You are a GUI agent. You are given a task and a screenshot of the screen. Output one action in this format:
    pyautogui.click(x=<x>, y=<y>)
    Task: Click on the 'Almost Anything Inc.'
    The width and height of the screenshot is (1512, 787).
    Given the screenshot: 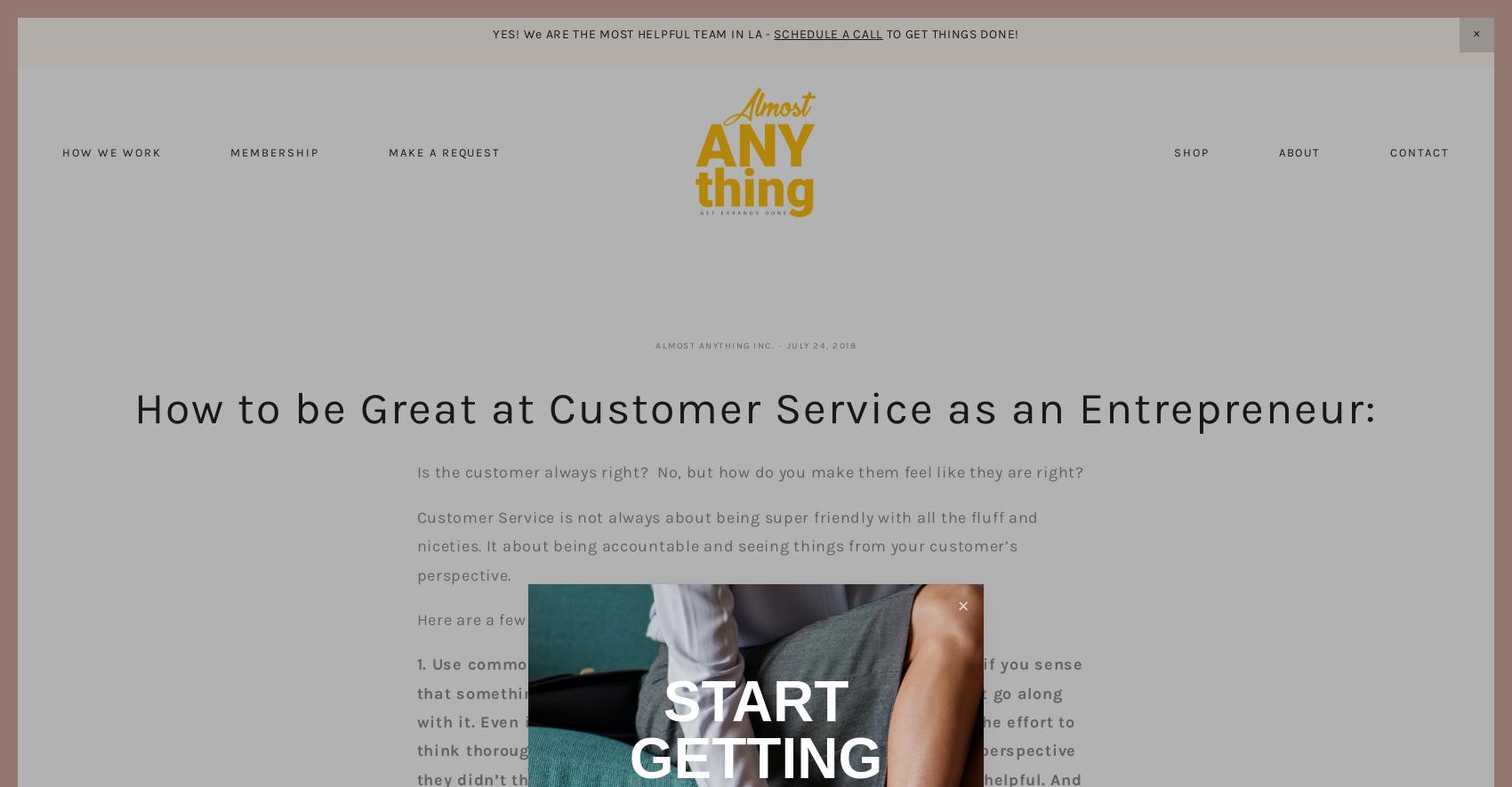 What is the action you would take?
    pyautogui.click(x=713, y=343)
    